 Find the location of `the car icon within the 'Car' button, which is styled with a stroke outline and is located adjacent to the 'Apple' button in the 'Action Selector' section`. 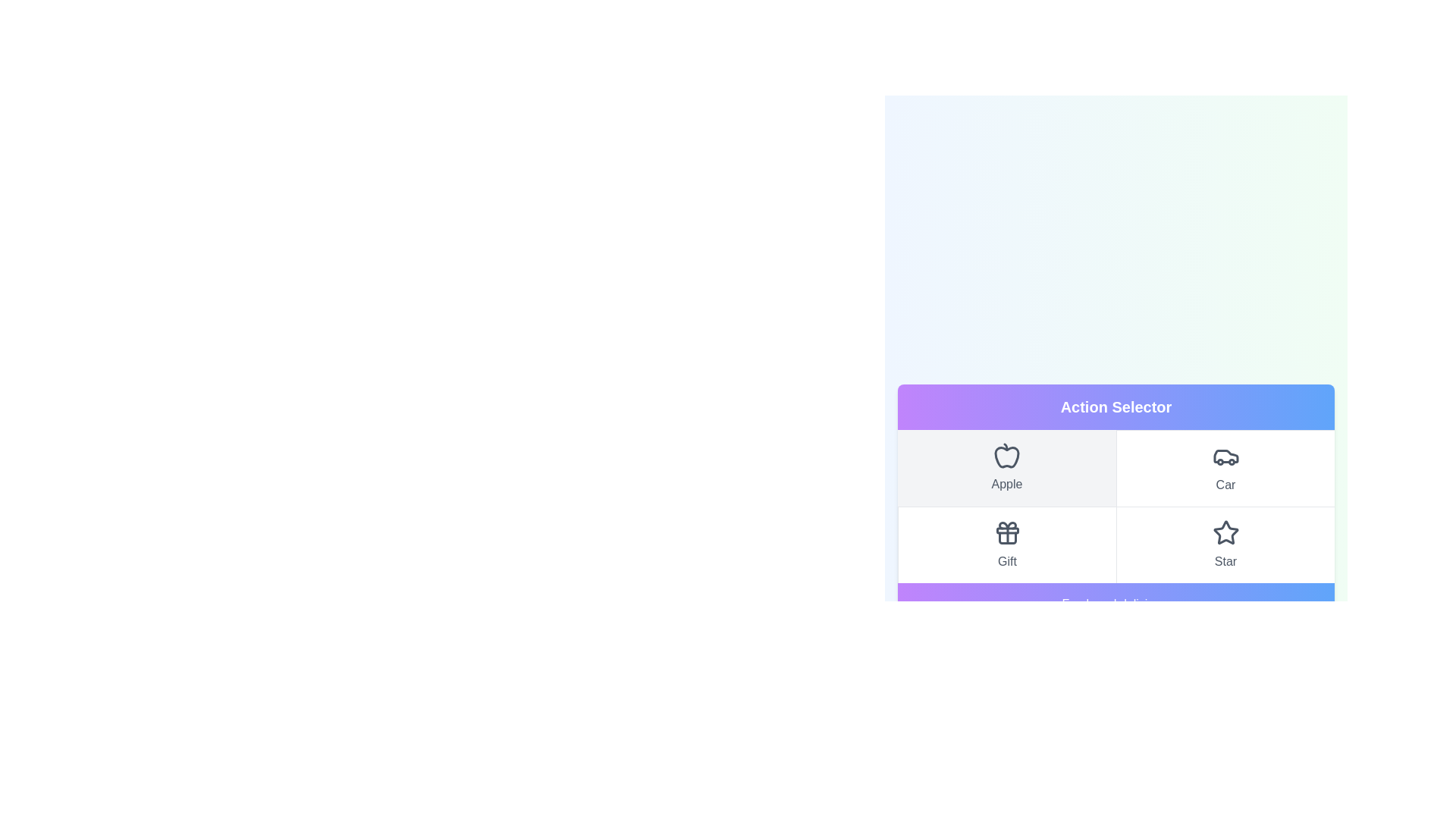

the car icon within the 'Car' button, which is styled with a stroke outline and is located adjacent to the 'Apple' button in the 'Action Selector' section is located at coordinates (1225, 455).